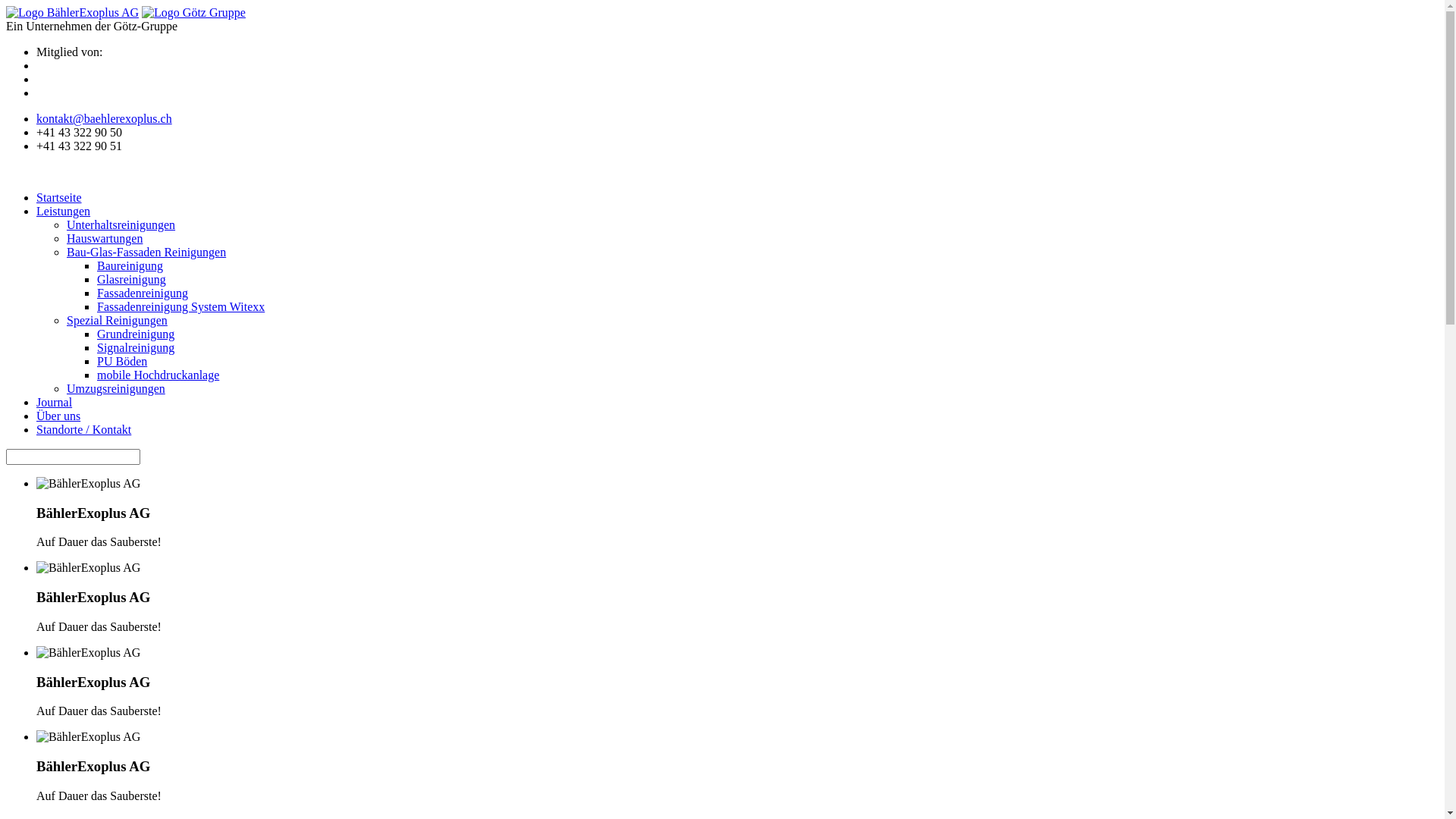 The width and height of the screenshot is (1456, 819). What do you see at coordinates (36, 196) in the screenshot?
I see `'Startseite'` at bounding box center [36, 196].